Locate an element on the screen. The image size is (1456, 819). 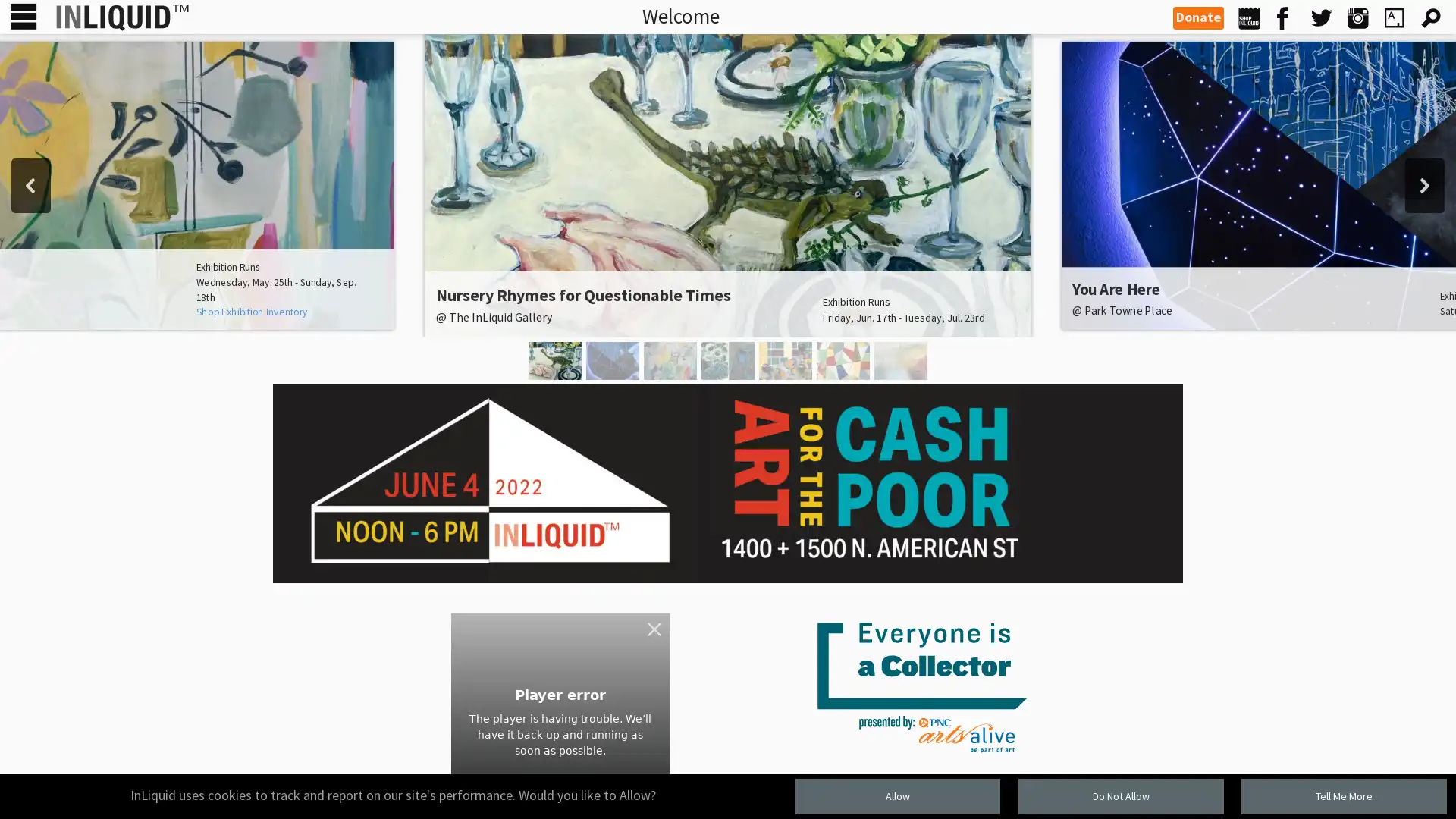
idyll is located at coordinates (669, 360).